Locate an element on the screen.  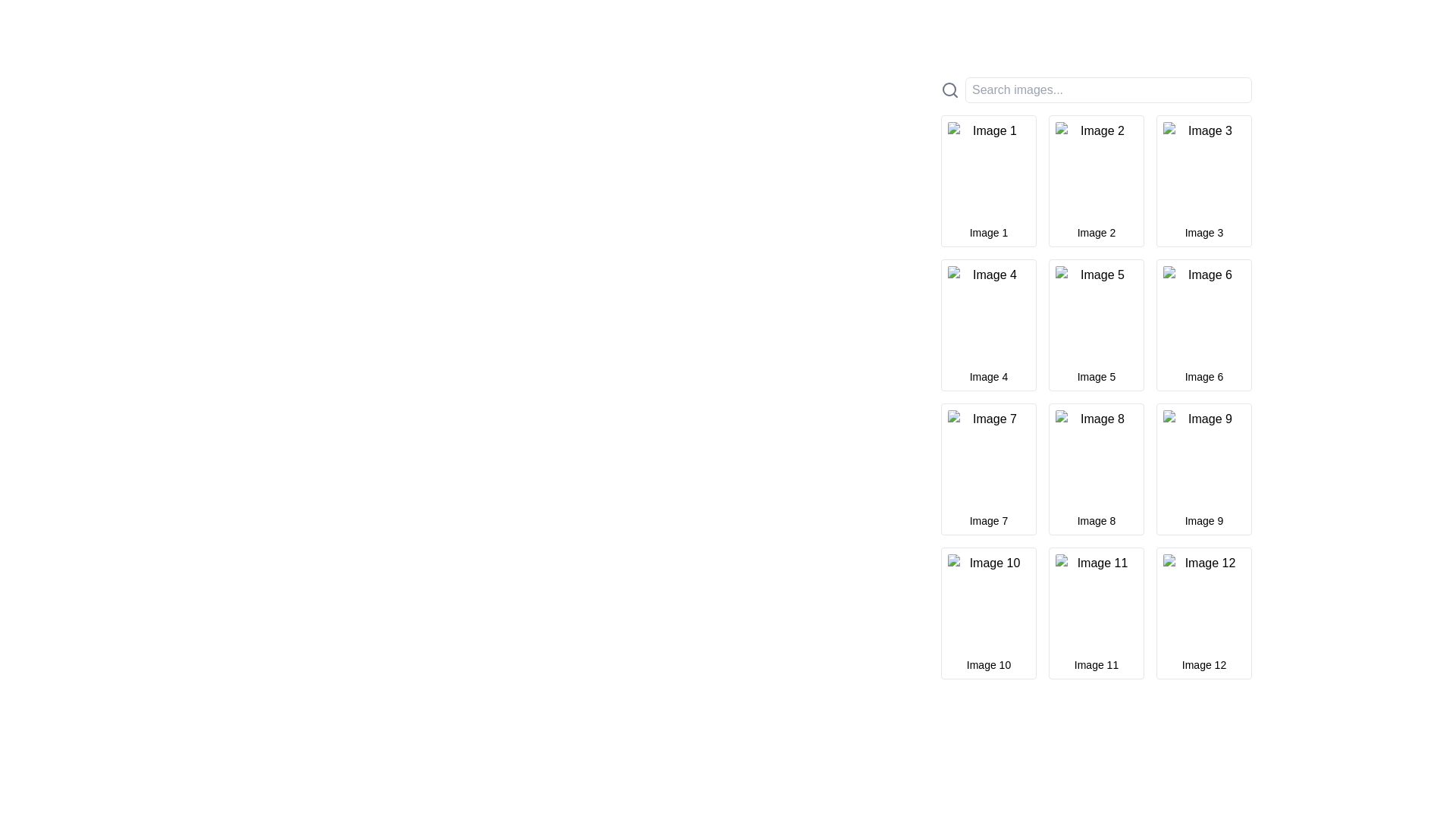
the image placeholder component labeled 'Image 2', which is styled with rounded corners and located as the second item from the left in the top row of a grid of similar placeholders is located at coordinates (1096, 170).